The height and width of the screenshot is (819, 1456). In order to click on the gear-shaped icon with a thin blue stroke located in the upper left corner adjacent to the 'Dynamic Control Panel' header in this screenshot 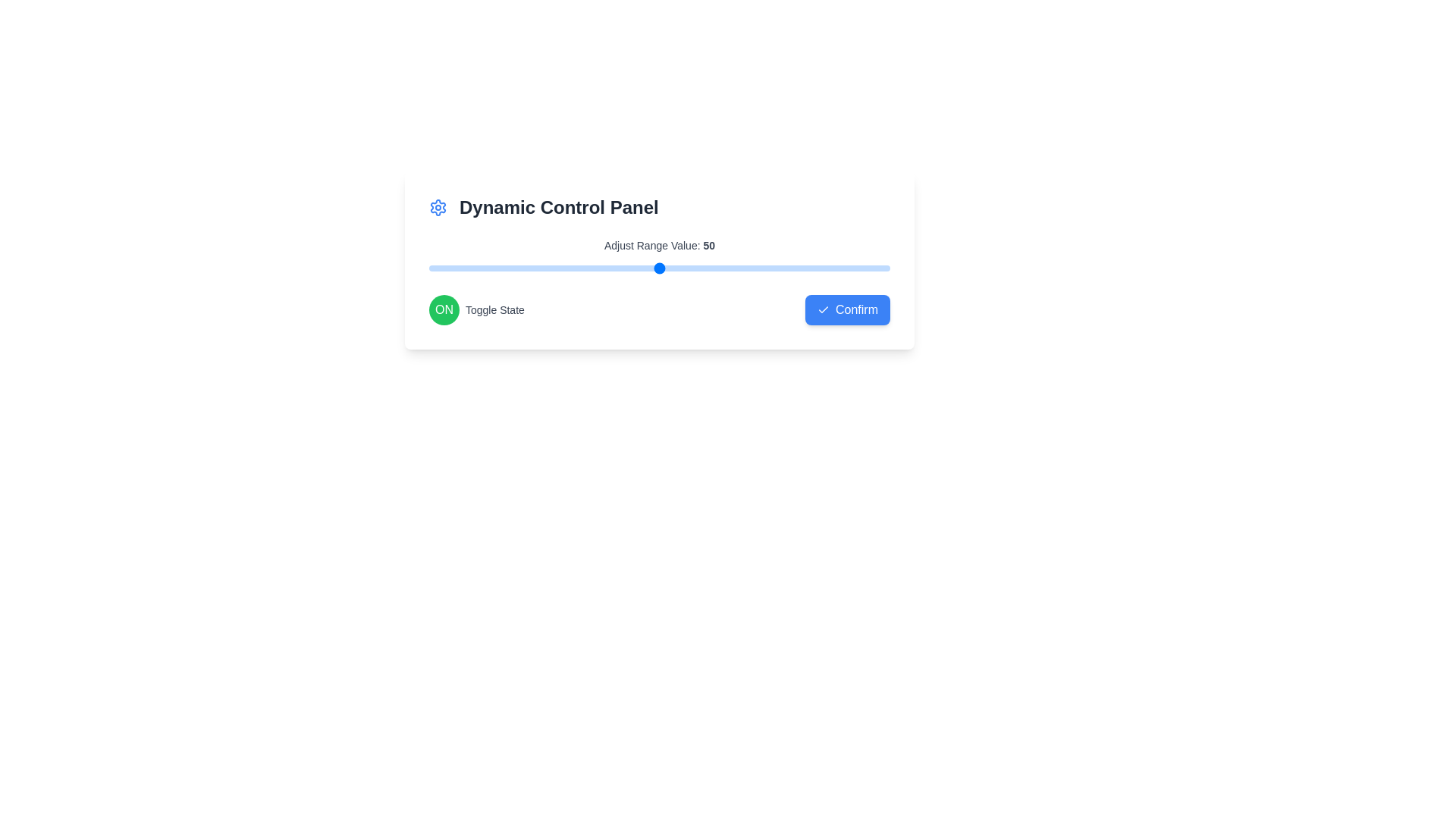, I will do `click(437, 207)`.